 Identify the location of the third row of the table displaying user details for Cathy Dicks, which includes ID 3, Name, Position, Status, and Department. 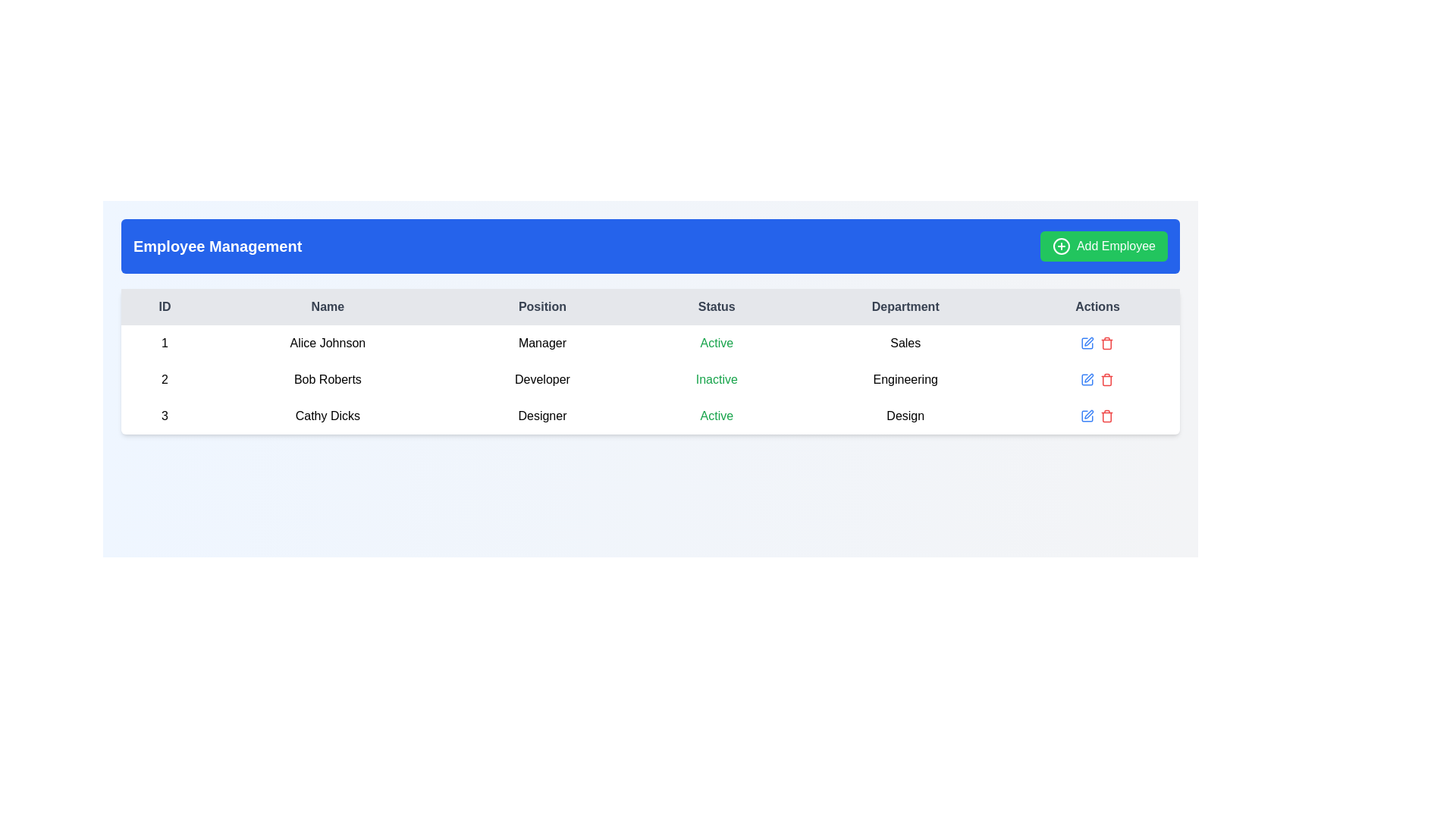
(651, 416).